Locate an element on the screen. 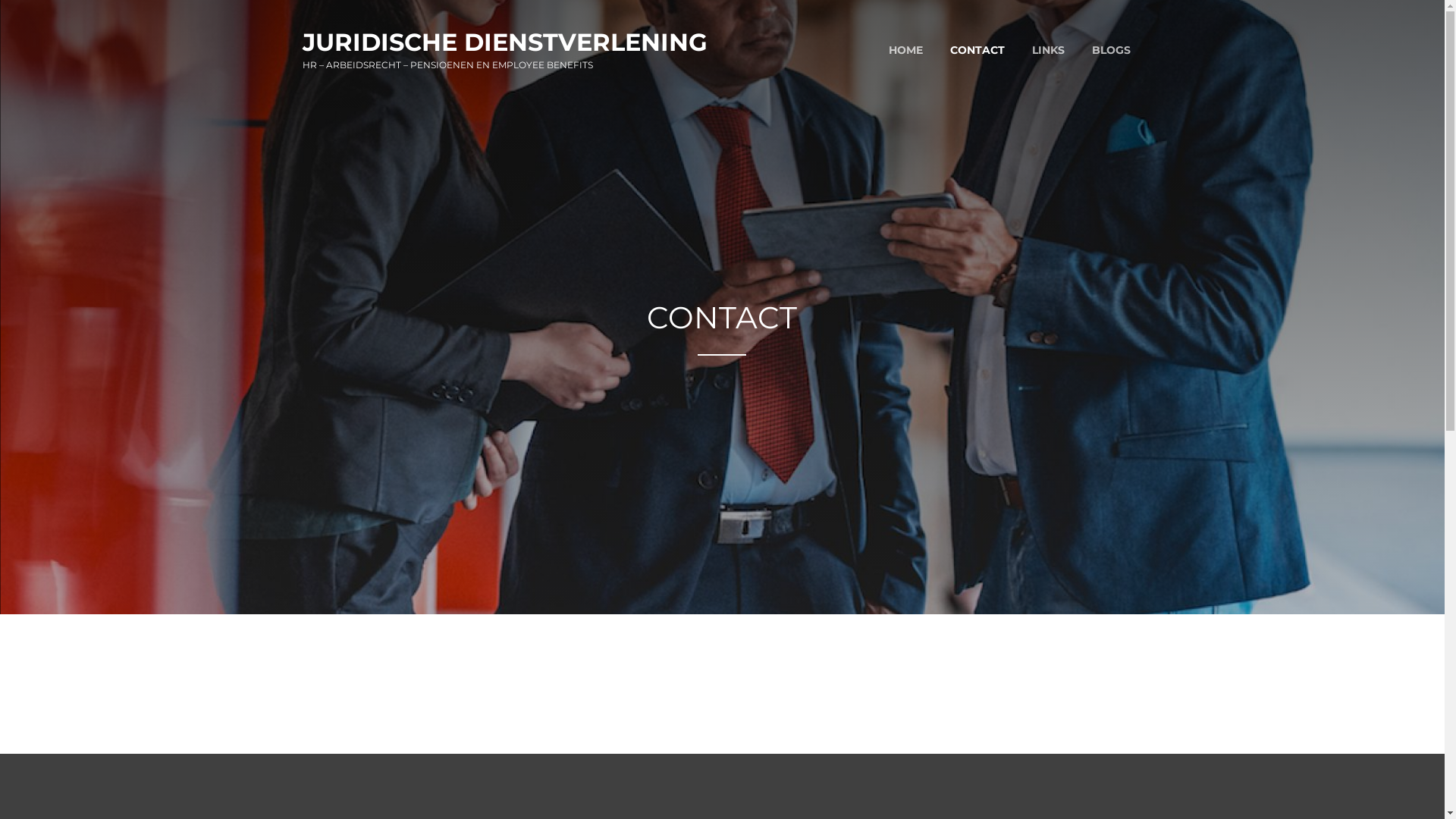 Image resolution: width=1456 pixels, height=819 pixels. 'BLOGS' is located at coordinates (1111, 49).